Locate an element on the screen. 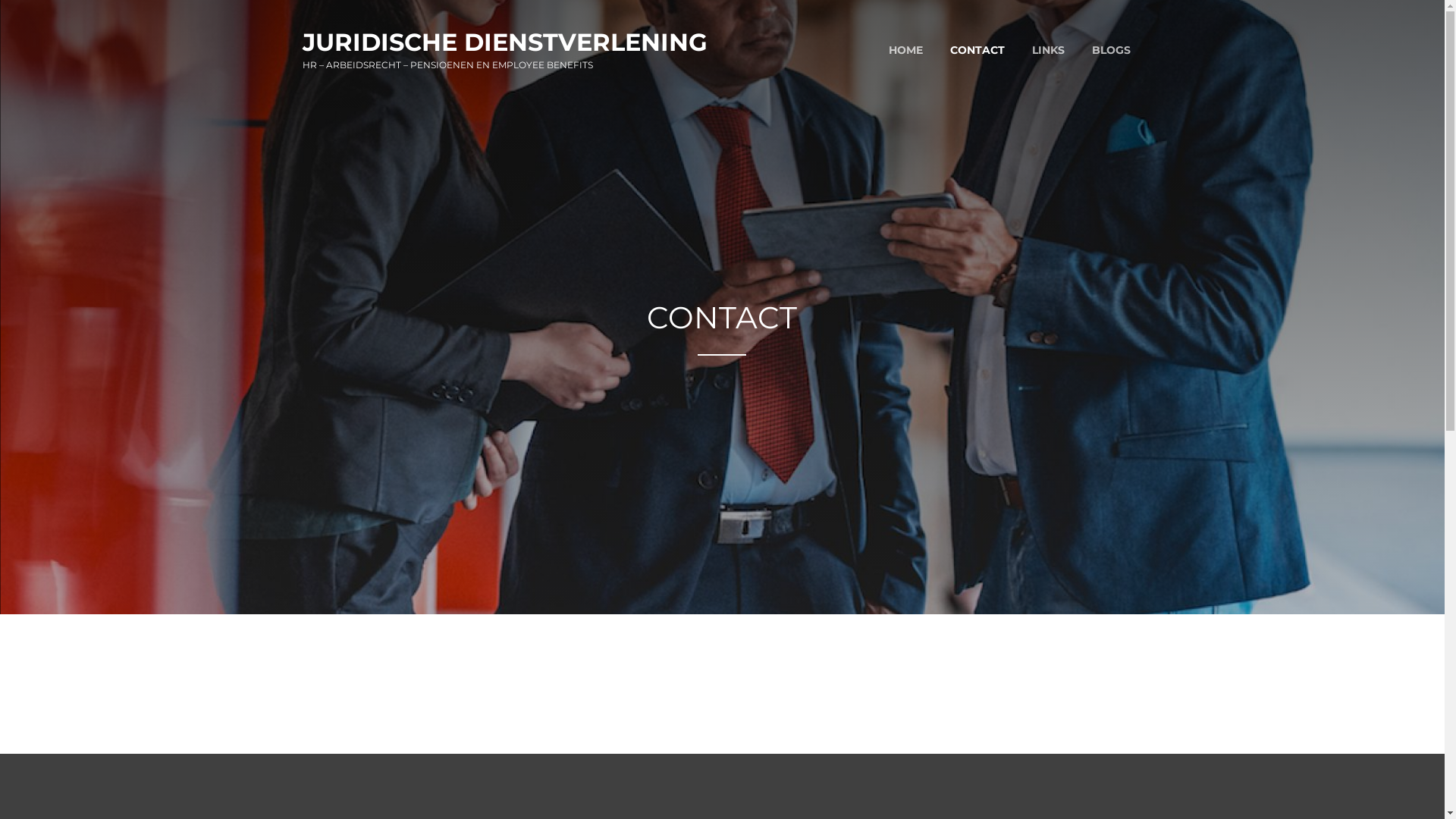 Image resolution: width=1456 pixels, height=819 pixels. 'BLOGS' is located at coordinates (1111, 49).